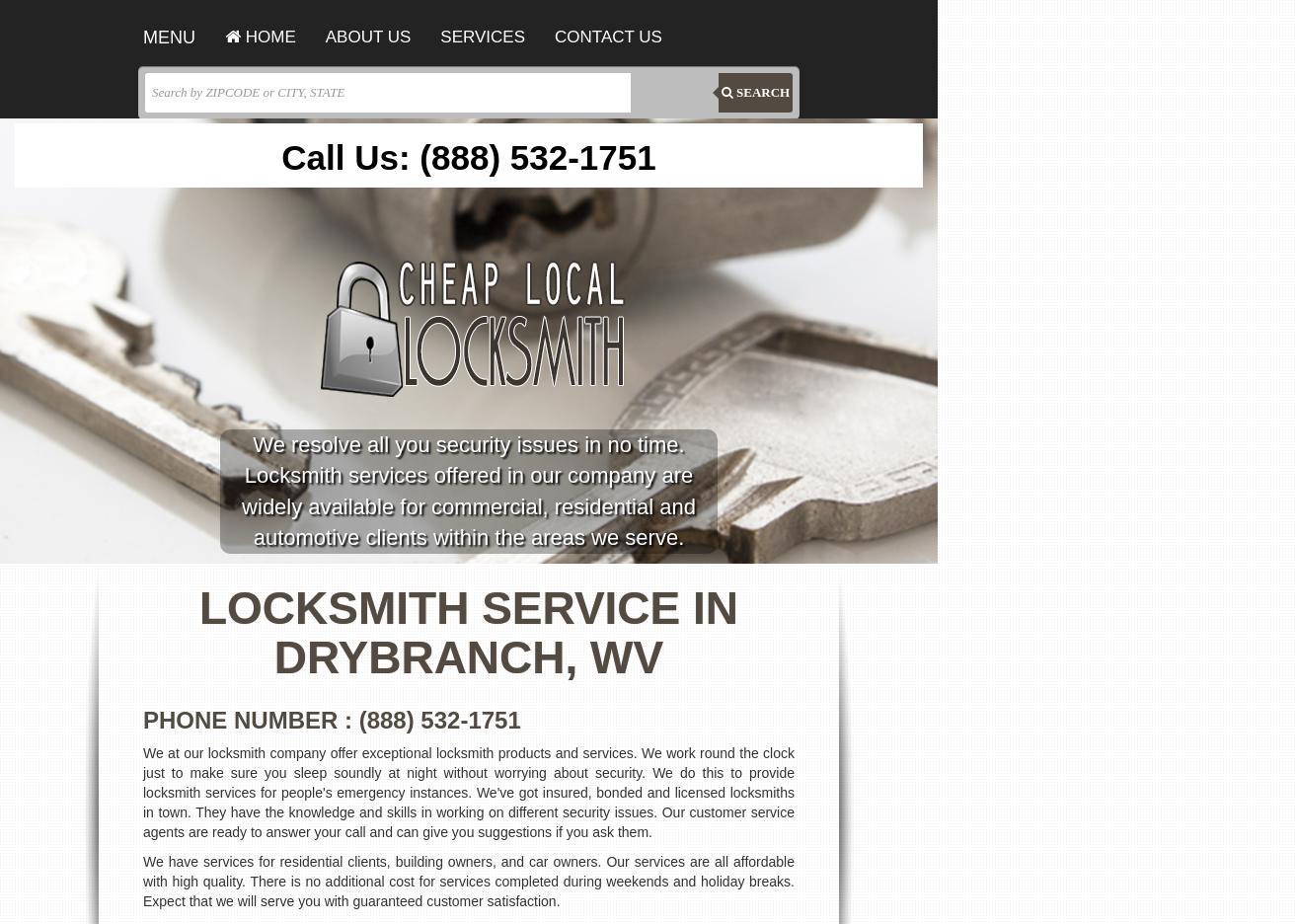 The height and width of the screenshot is (924, 1297). What do you see at coordinates (241, 36) in the screenshot?
I see `'Home'` at bounding box center [241, 36].